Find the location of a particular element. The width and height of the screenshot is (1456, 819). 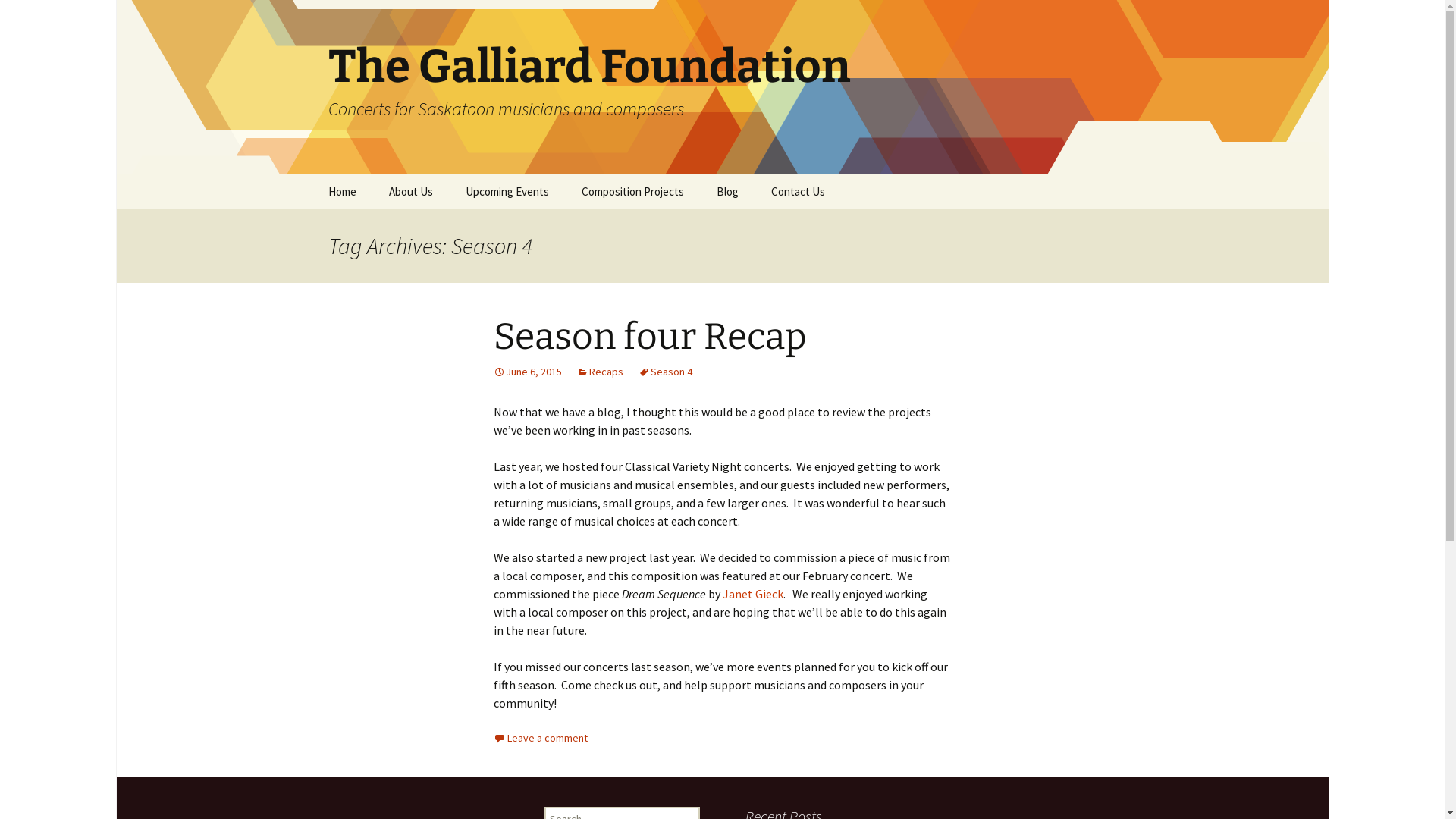

'Contact Us' is located at coordinates (796, 190).